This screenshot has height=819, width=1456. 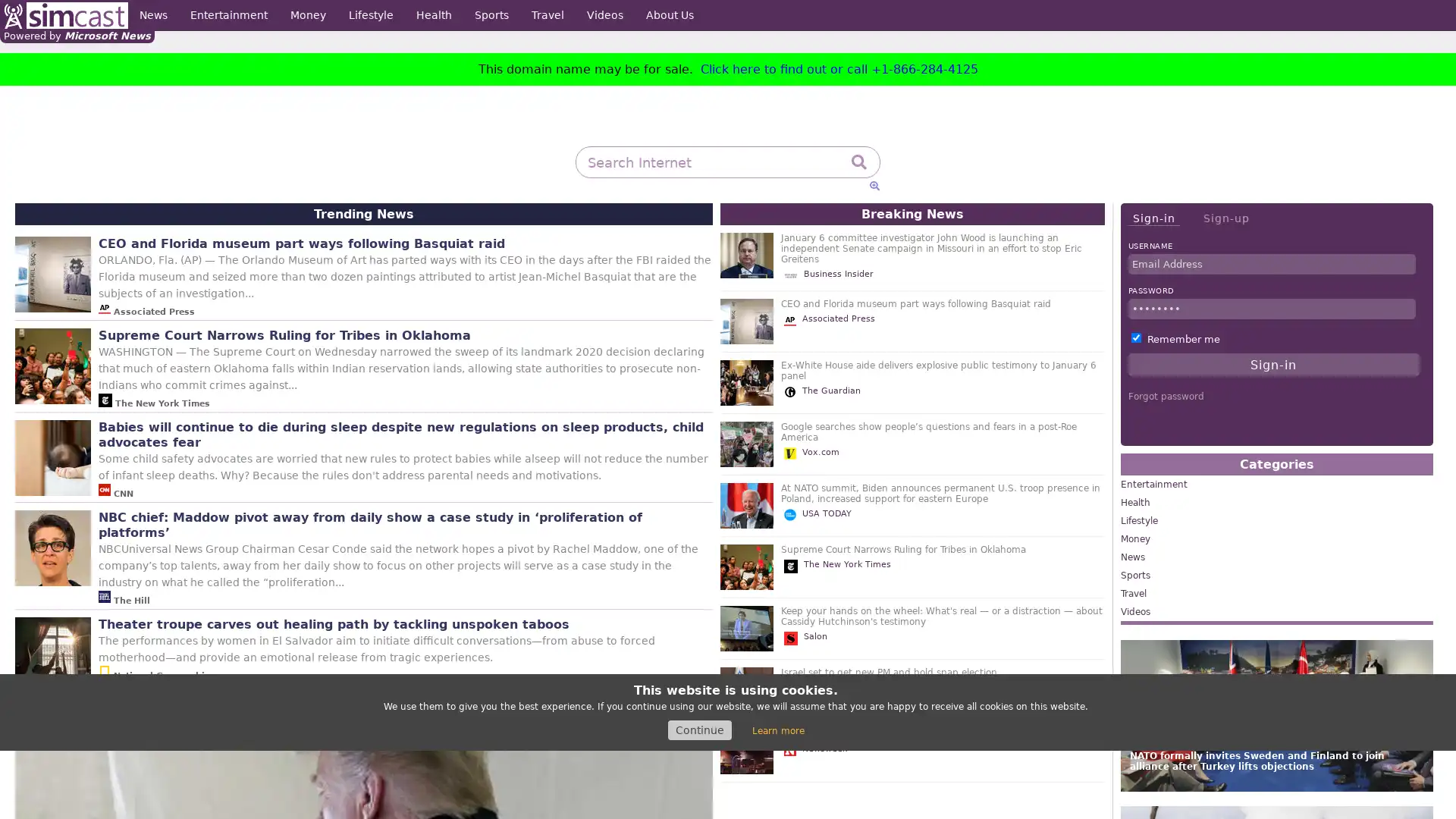 I want to click on Continue, so click(x=698, y=730).